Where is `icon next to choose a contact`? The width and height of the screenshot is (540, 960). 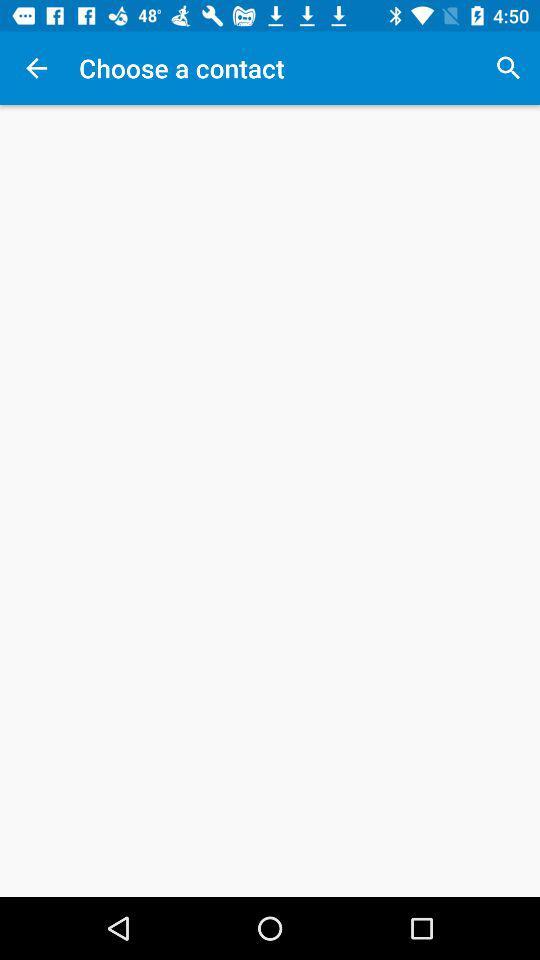 icon next to choose a contact is located at coordinates (508, 68).